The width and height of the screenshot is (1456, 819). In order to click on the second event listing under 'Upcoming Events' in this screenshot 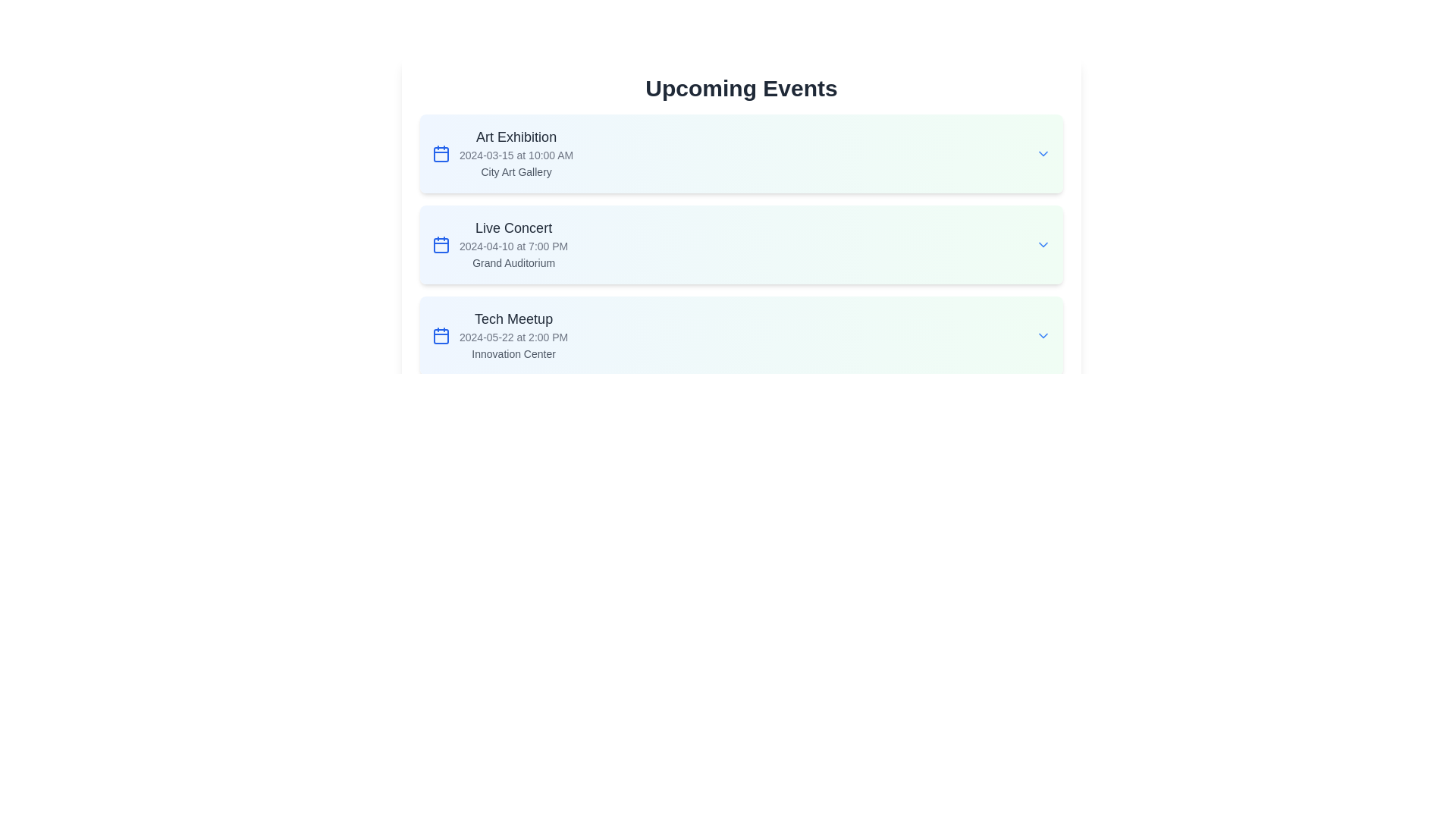, I will do `click(513, 244)`.